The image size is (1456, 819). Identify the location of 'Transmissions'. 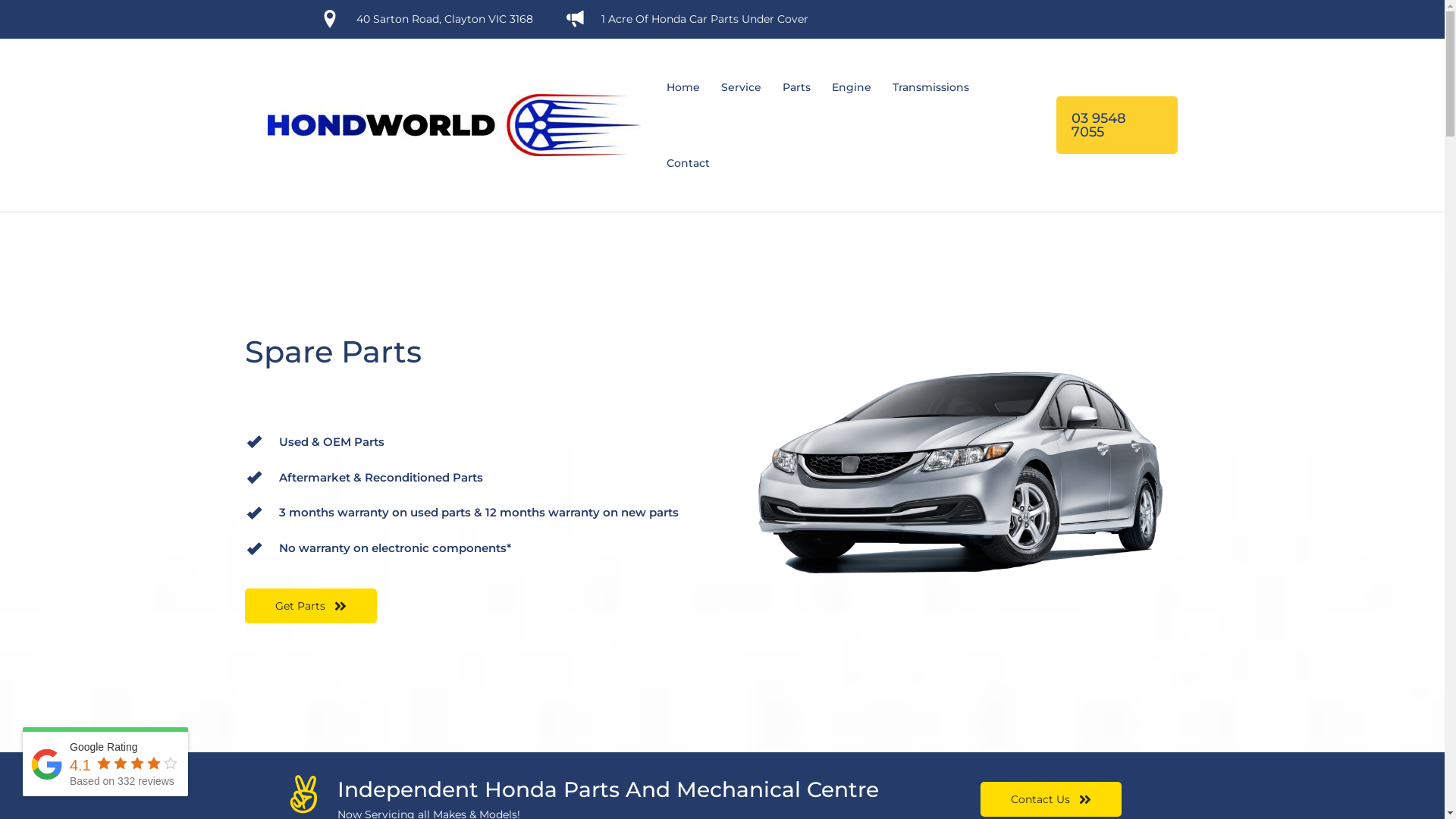
(880, 87).